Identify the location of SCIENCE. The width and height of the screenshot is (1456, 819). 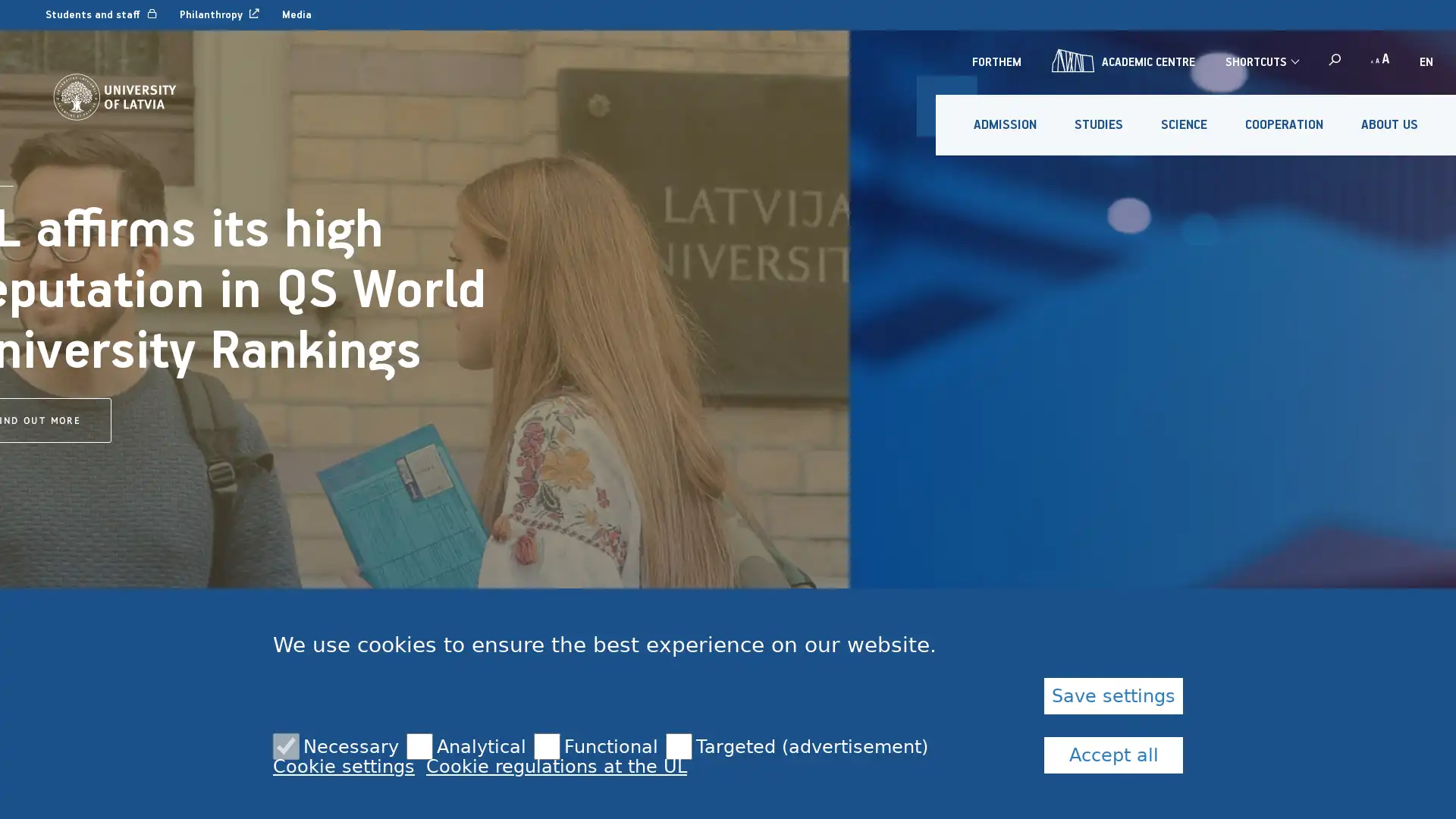
(1183, 124).